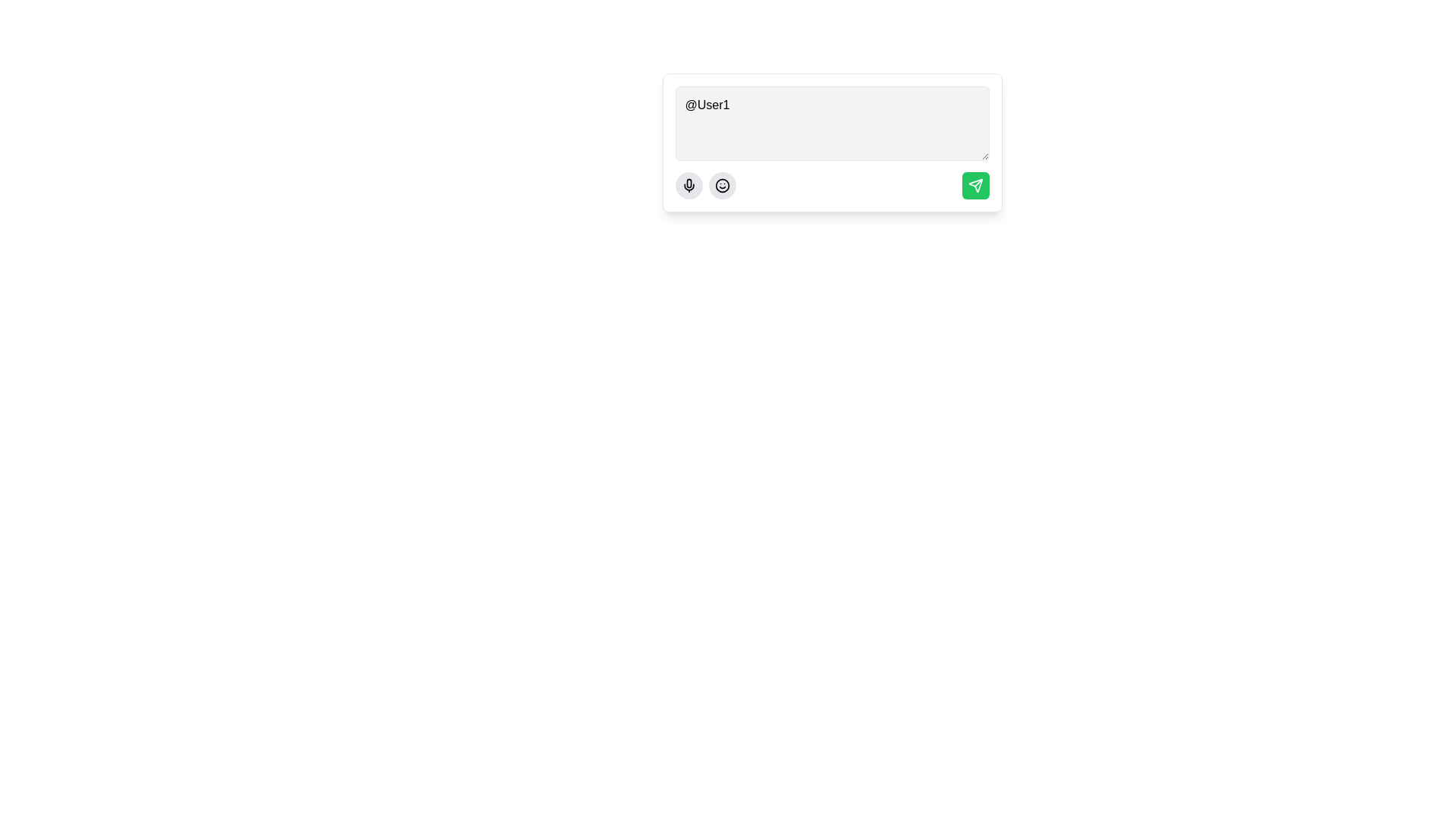  I want to click on the green and white paper plane icon located at the bottom-right corner of the interface, so click(975, 185).